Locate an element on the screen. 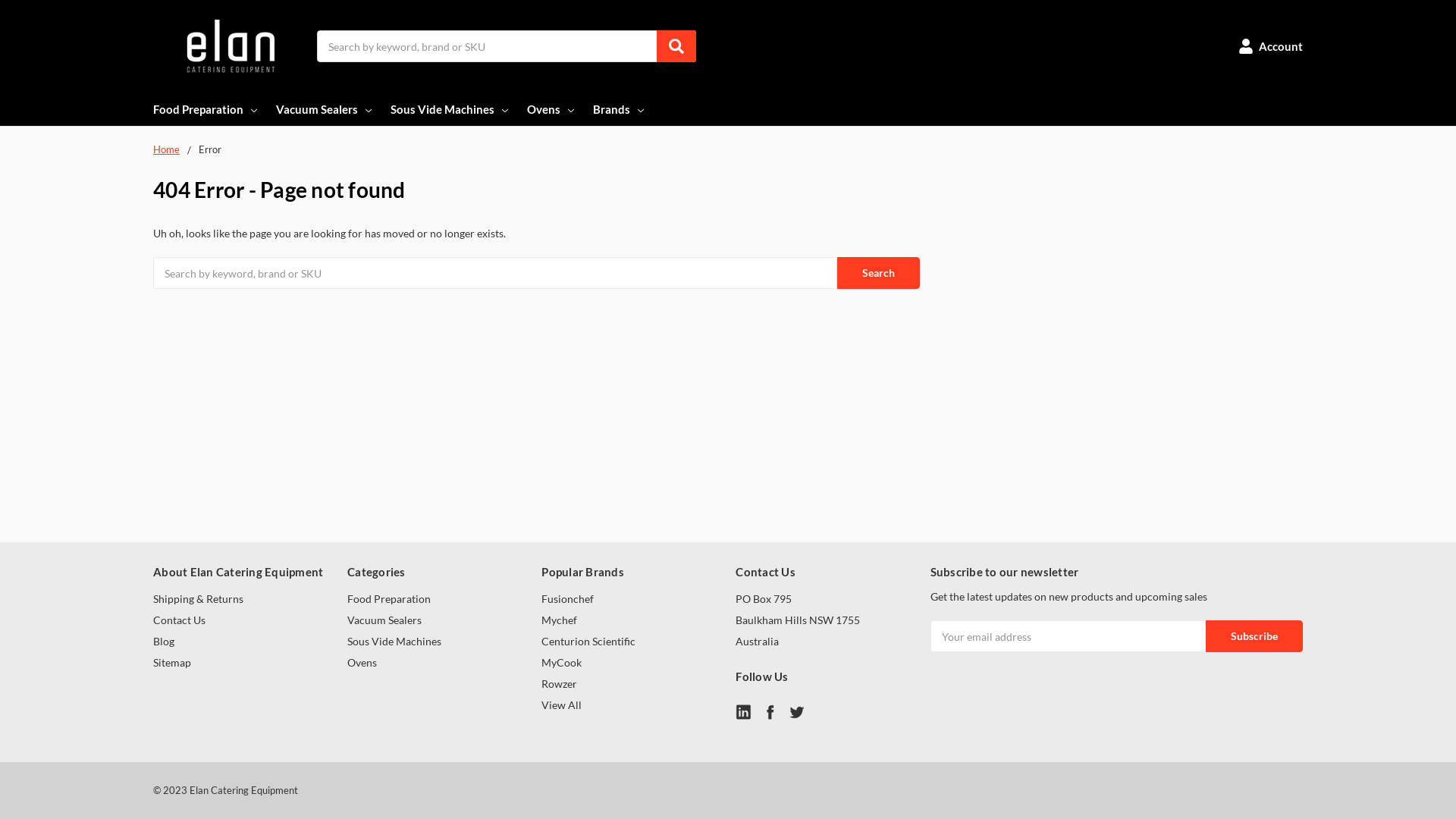 This screenshot has width=1456, height=819. 'Fusionchef' is located at coordinates (566, 598).